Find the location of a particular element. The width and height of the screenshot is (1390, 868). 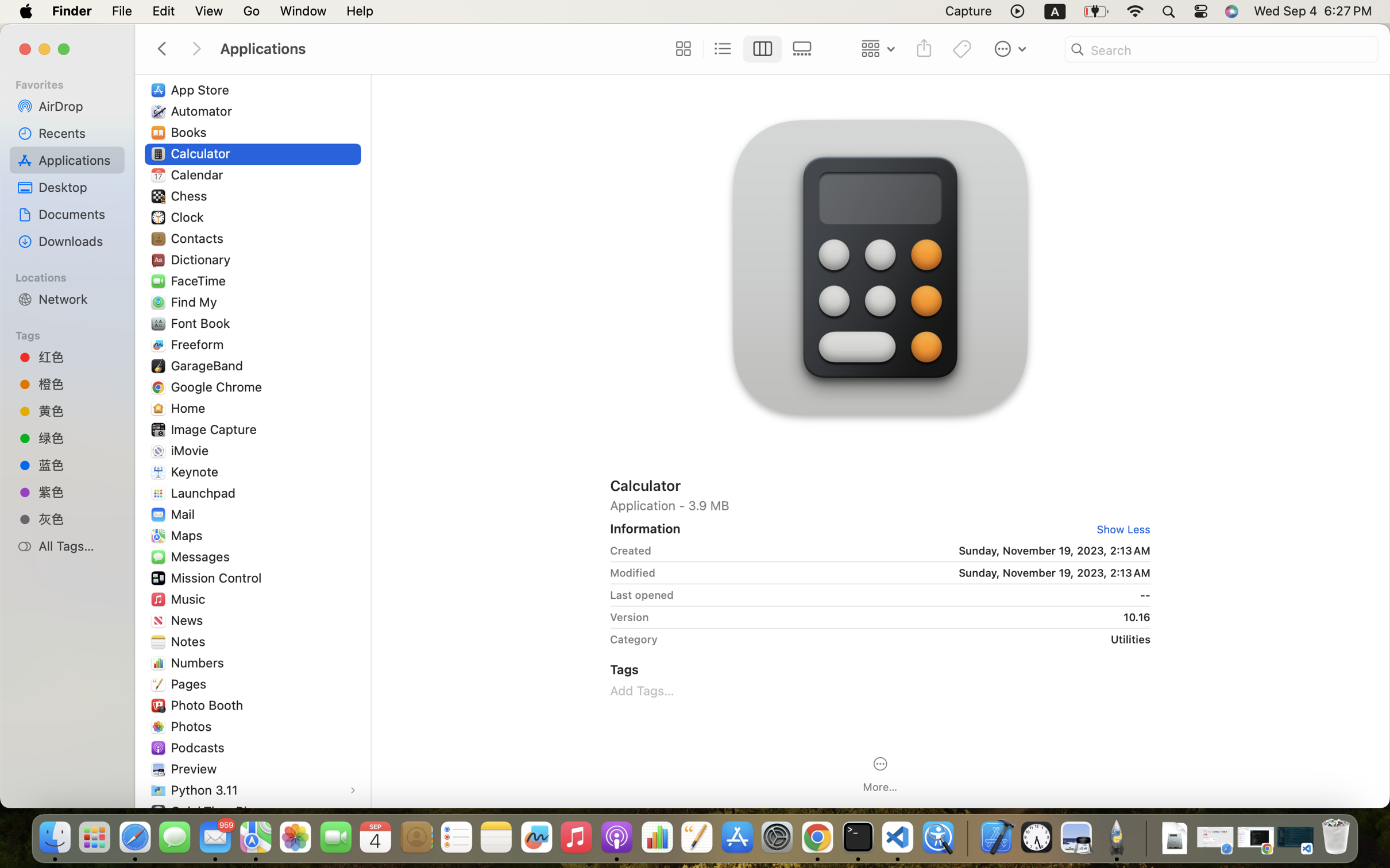

'Documents' is located at coordinates (77, 214).